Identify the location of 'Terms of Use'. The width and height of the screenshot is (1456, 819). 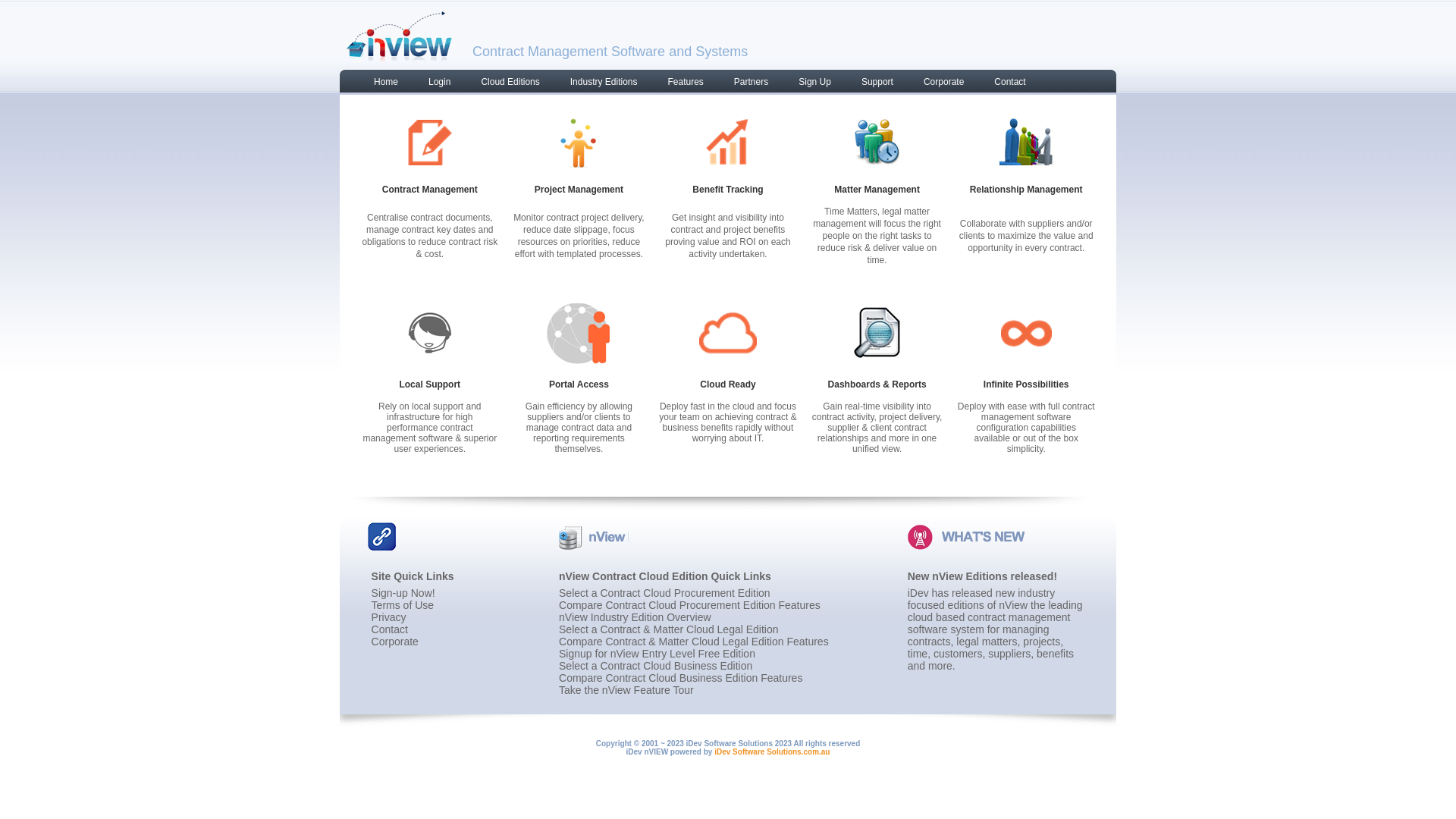
(371, 604).